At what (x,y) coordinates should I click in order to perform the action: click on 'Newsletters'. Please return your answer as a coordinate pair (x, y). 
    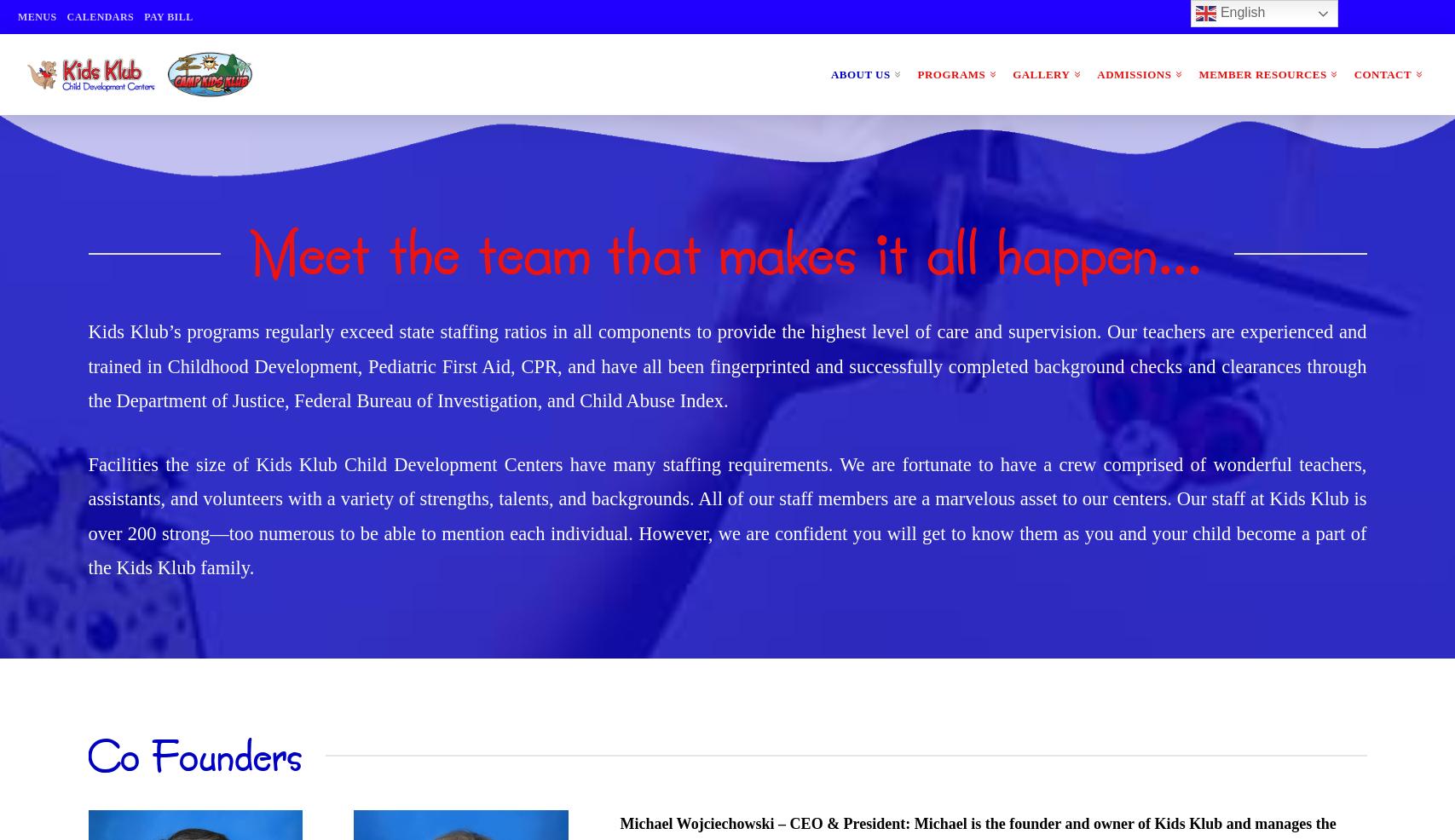
    Looking at the image, I should click on (1187, 272).